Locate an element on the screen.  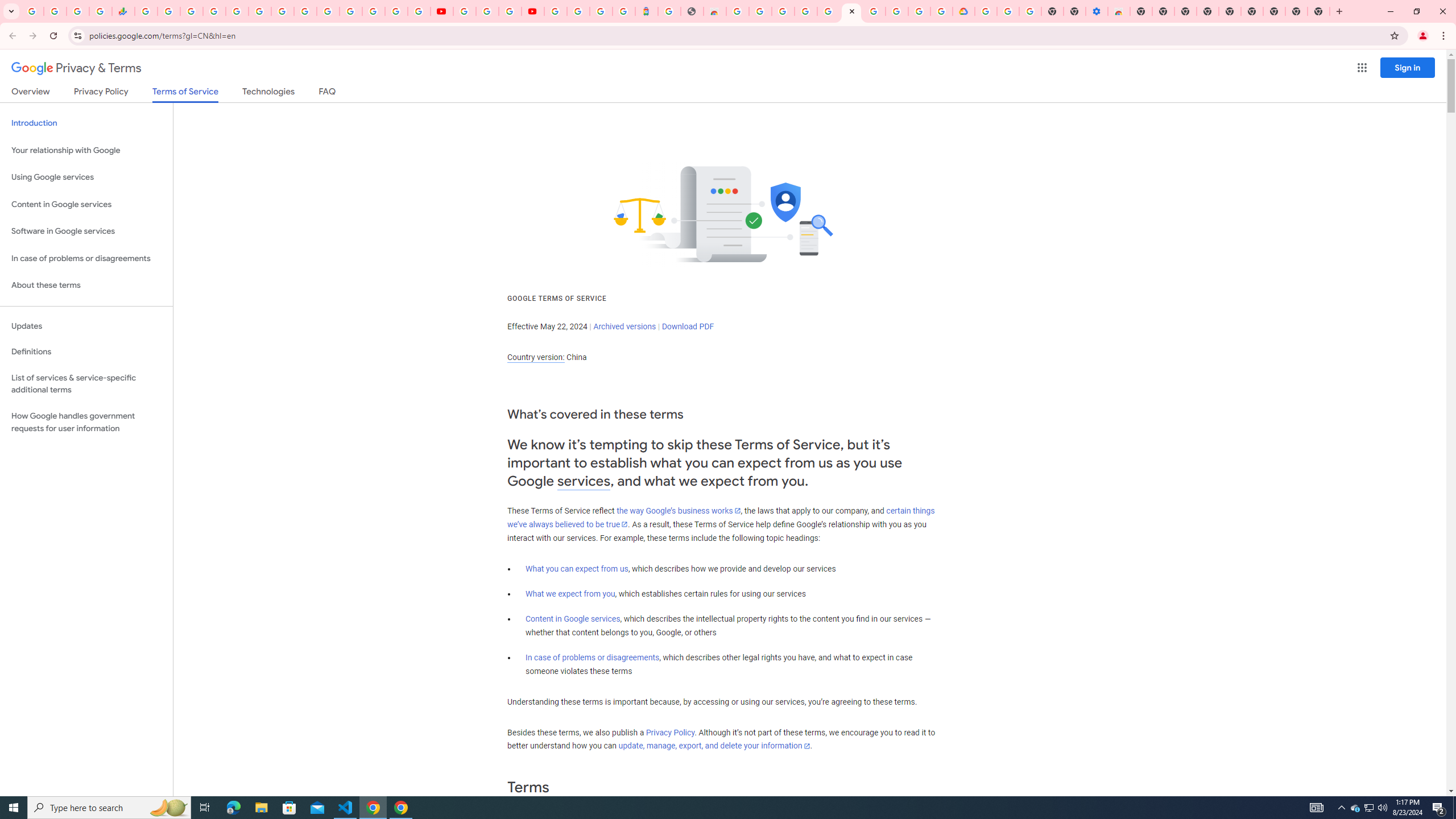
'update, manage, export, and delete your information' is located at coordinates (714, 745).